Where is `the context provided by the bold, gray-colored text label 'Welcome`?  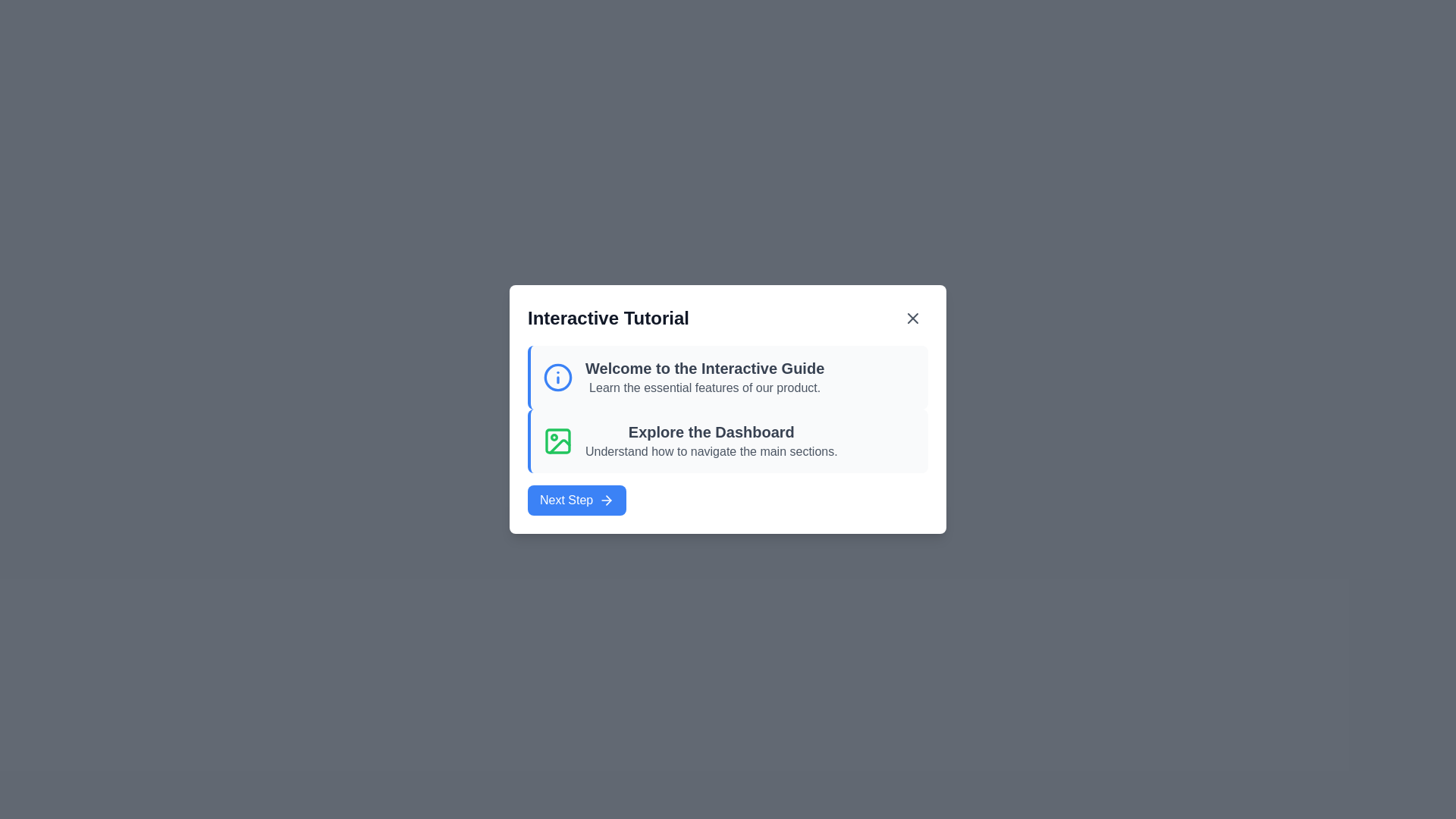 the context provided by the bold, gray-colored text label 'Welcome is located at coordinates (704, 369).